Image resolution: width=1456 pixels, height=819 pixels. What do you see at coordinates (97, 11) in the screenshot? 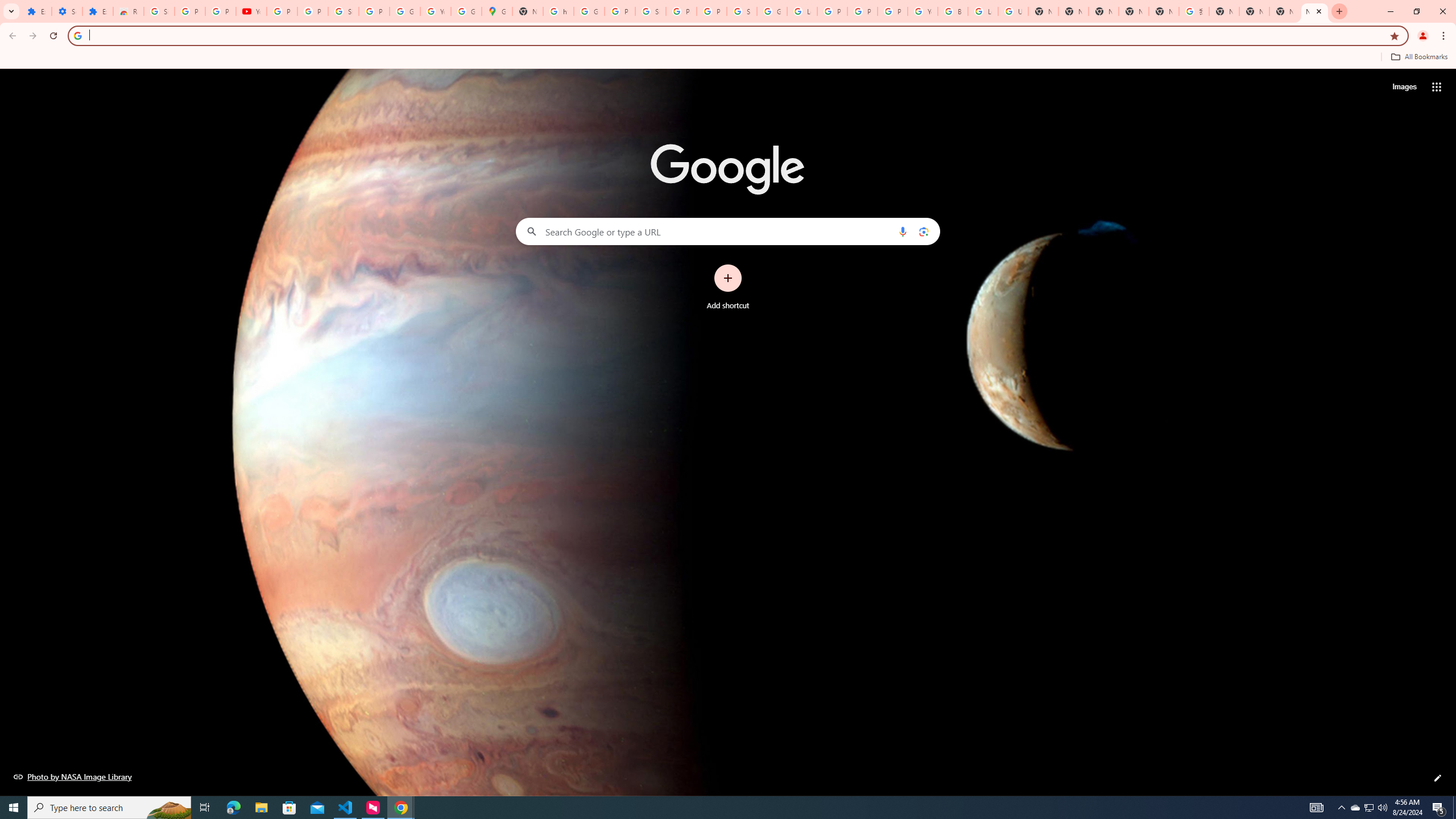
I see `'Extensions'` at bounding box center [97, 11].